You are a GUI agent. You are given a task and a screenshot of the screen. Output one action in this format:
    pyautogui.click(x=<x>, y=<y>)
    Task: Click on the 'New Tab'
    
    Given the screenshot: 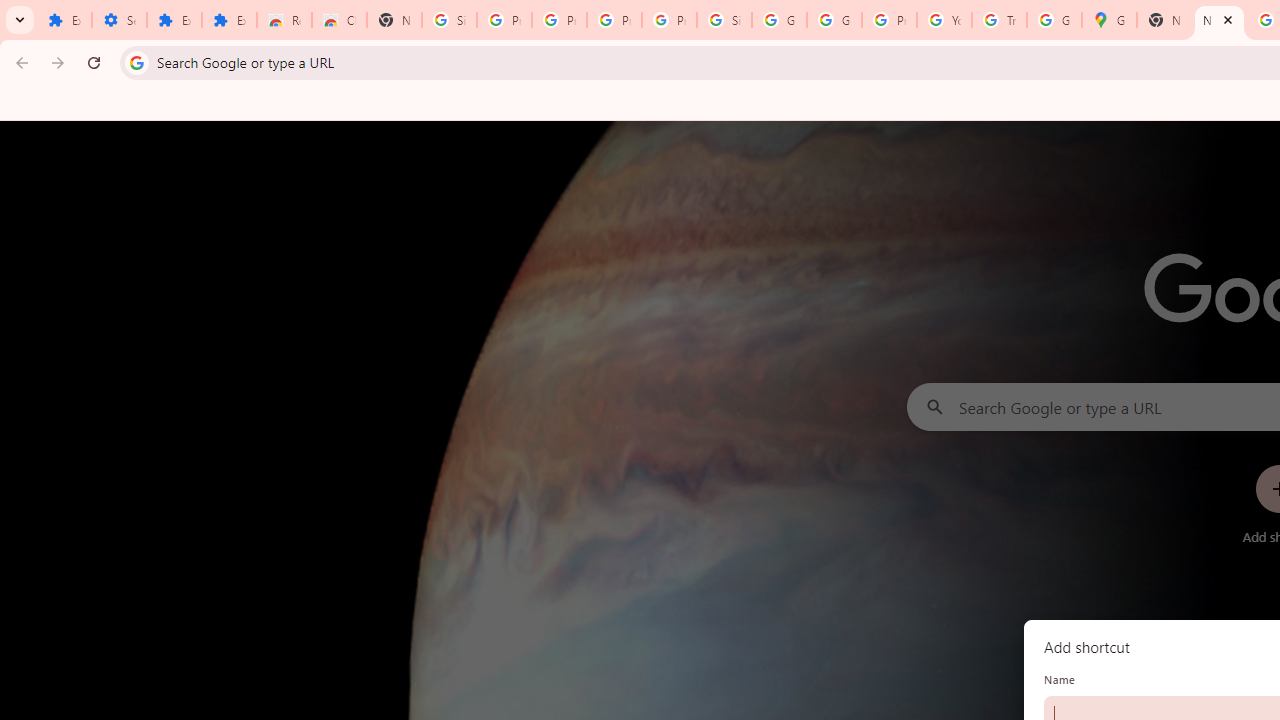 What is the action you would take?
    pyautogui.click(x=1218, y=20)
    